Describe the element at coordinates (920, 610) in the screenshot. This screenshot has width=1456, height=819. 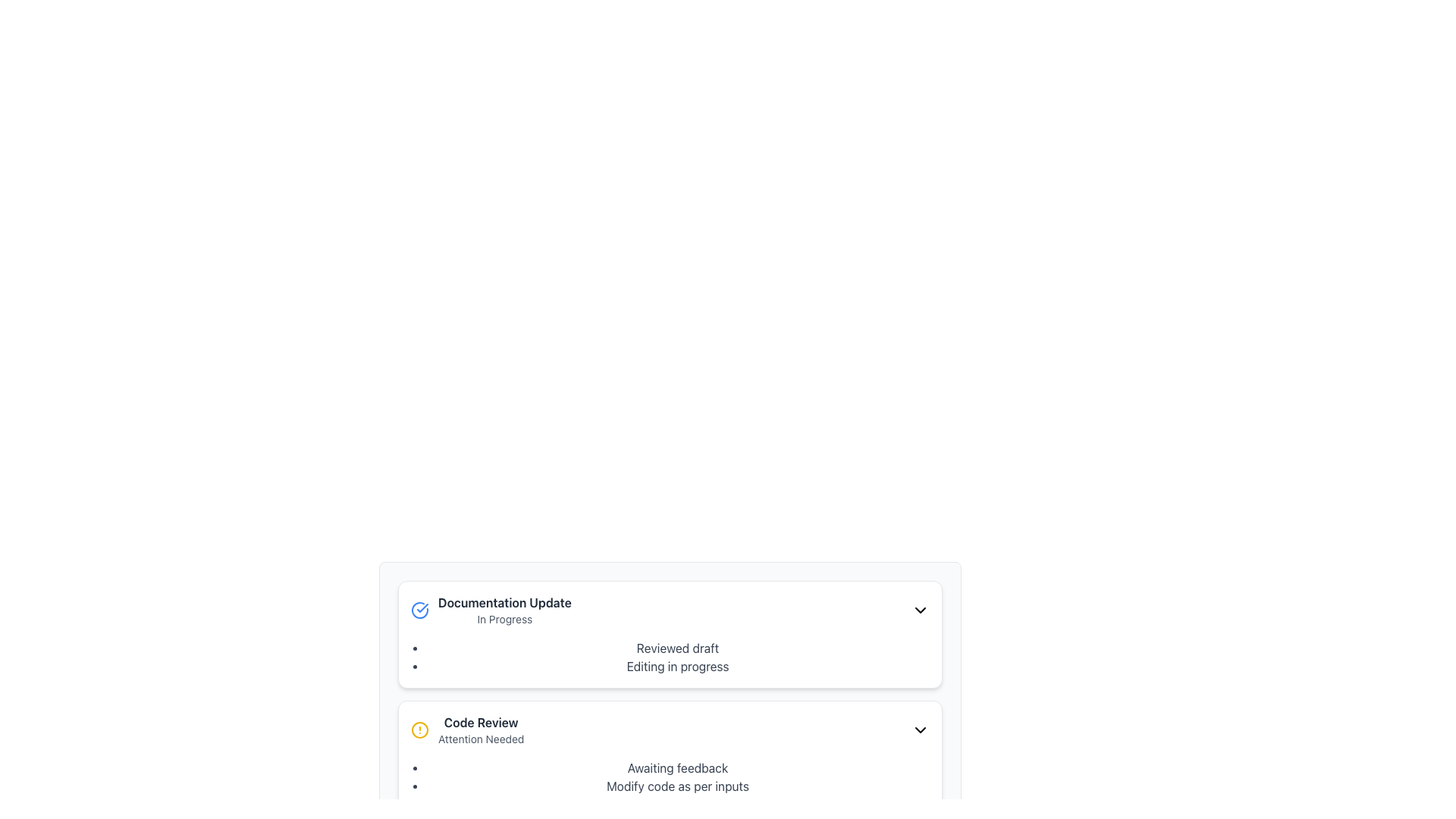
I see `the chevron-down icon button located at the top-right corner of the 'Documentation Update' card, adjacent to the 'In Progress' status label` at that location.